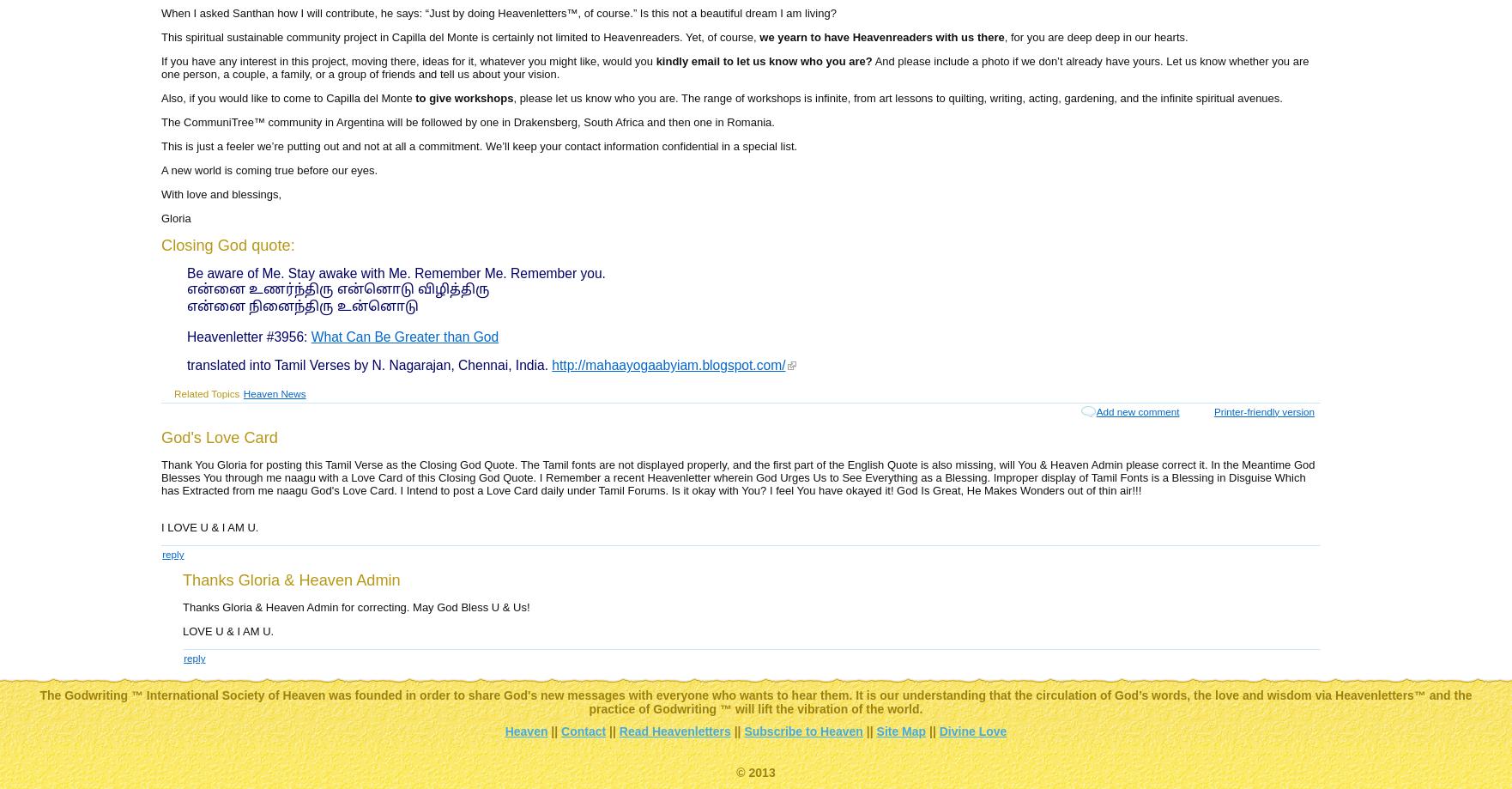  What do you see at coordinates (734, 67) in the screenshot?
I see `'And please include a photo if we don’t already have yours. Let us know whether you are one person, a couple, a family, or a group of friends and tell us about your vision.'` at bounding box center [734, 67].